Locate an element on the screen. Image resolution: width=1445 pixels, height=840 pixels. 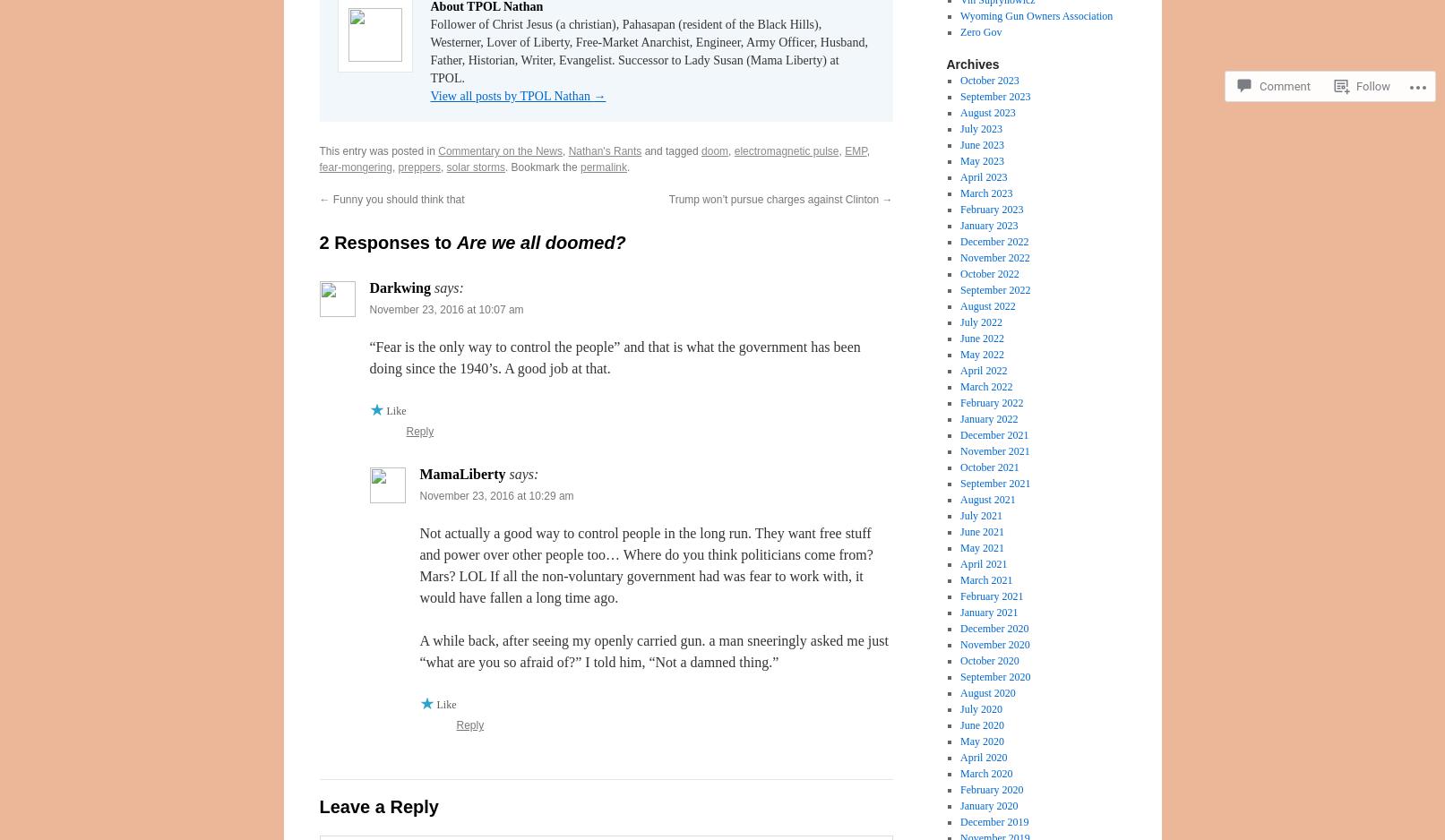
'April 2023' is located at coordinates (983, 176).